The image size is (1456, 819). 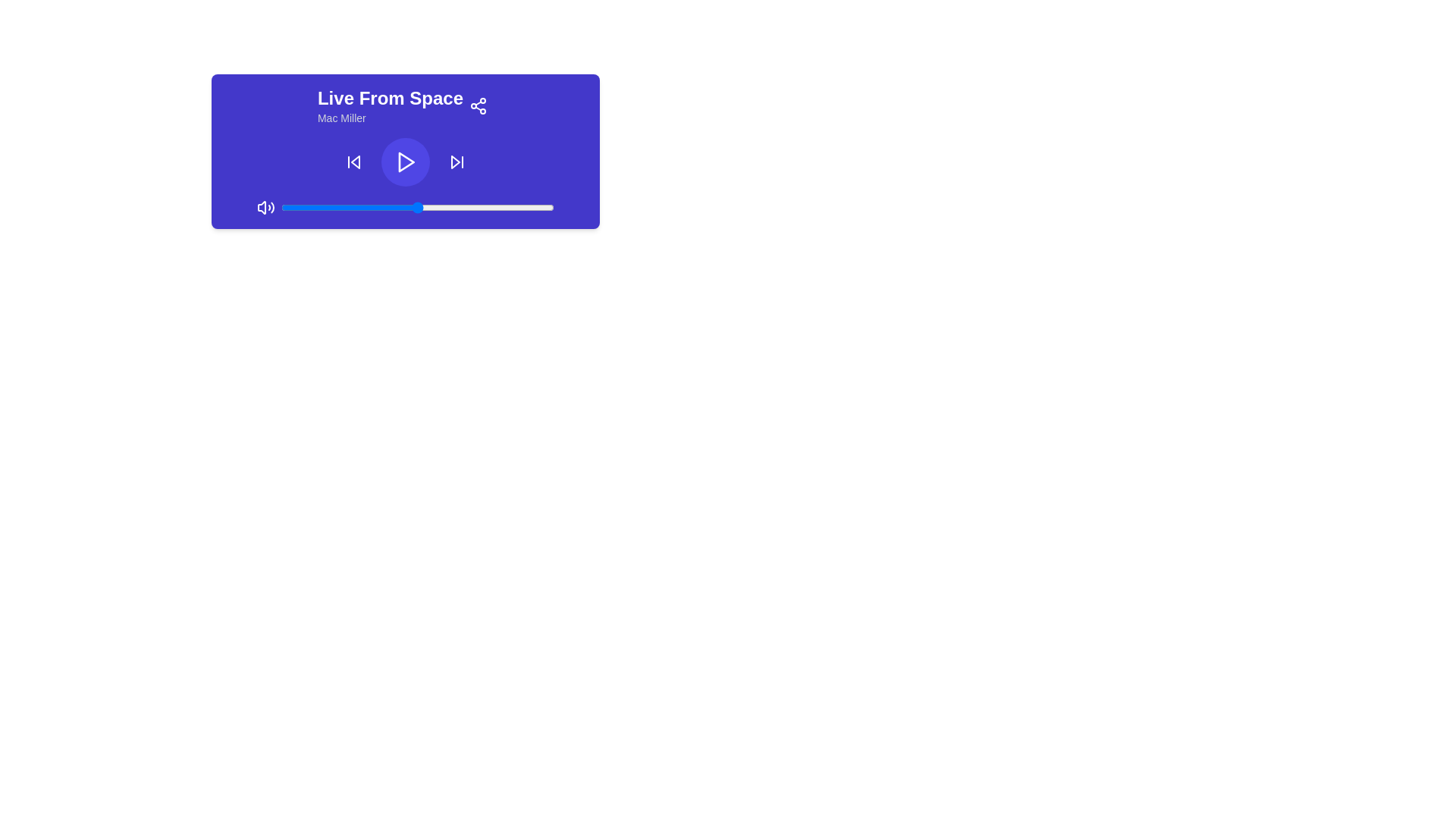 I want to click on the backward-skip icon located in the upper-right part of the media control bar, so click(x=355, y=162).